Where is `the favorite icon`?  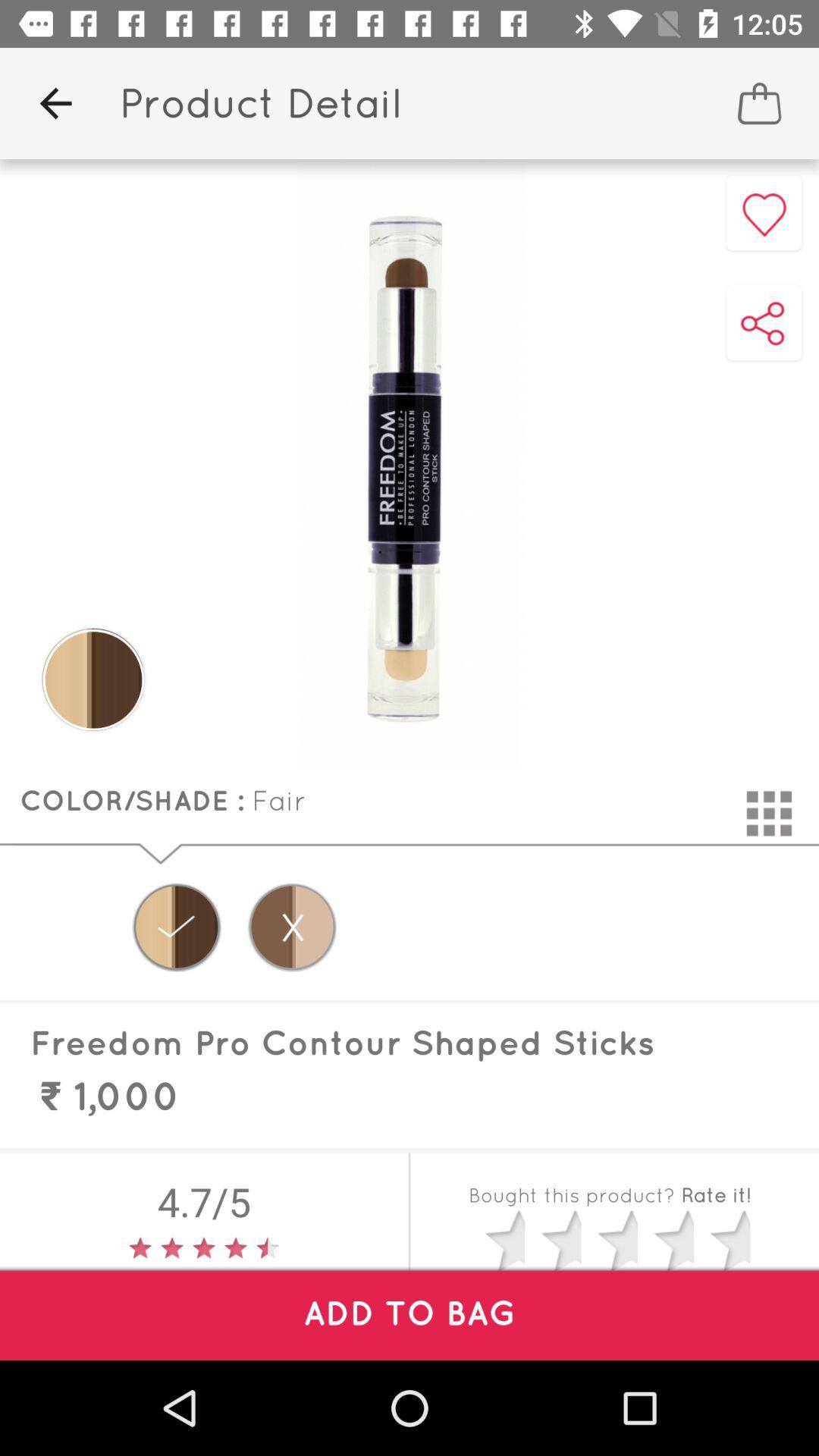 the favorite icon is located at coordinates (764, 213).